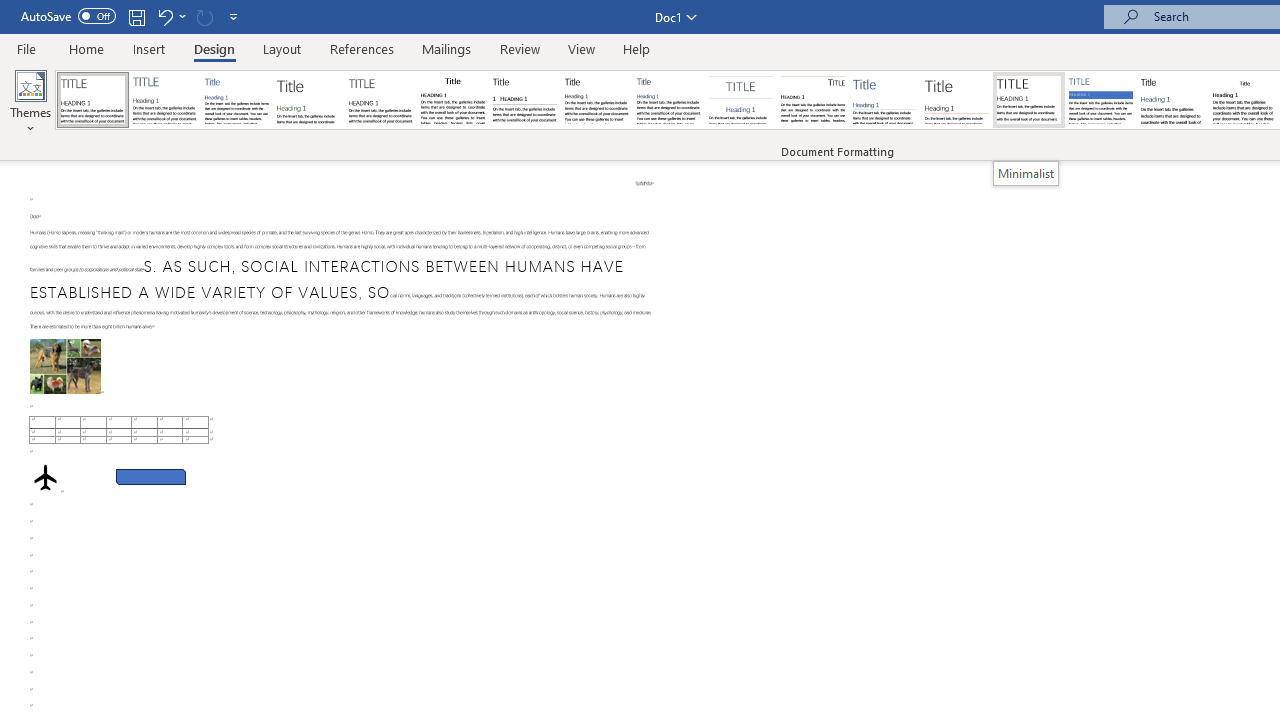 The image size is (1280, 720). I want to click on 'Black & White (Capitalized)', so click(381, 100).